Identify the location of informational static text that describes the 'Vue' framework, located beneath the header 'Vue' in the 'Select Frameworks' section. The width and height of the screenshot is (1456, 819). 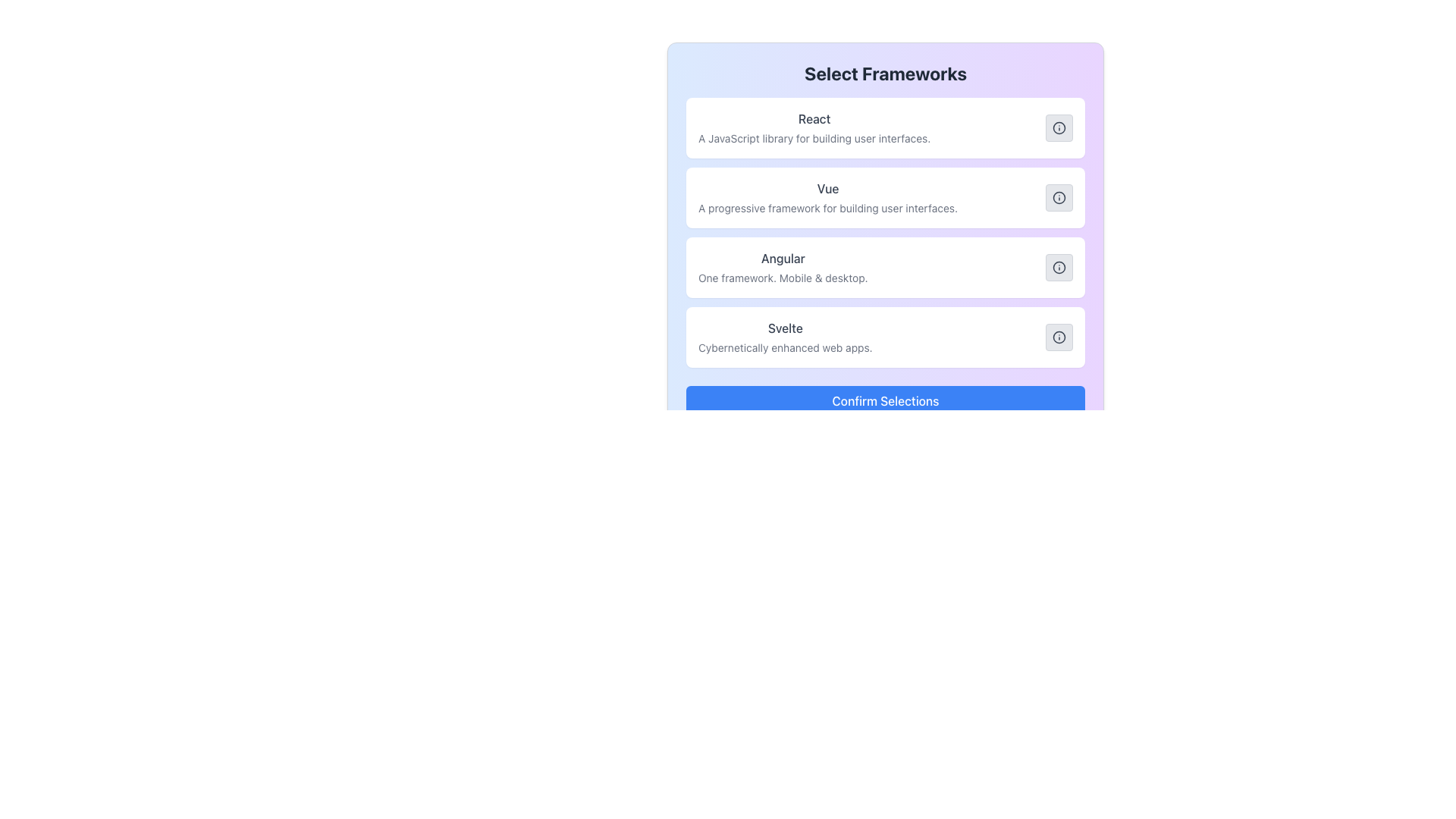
(827, 208).